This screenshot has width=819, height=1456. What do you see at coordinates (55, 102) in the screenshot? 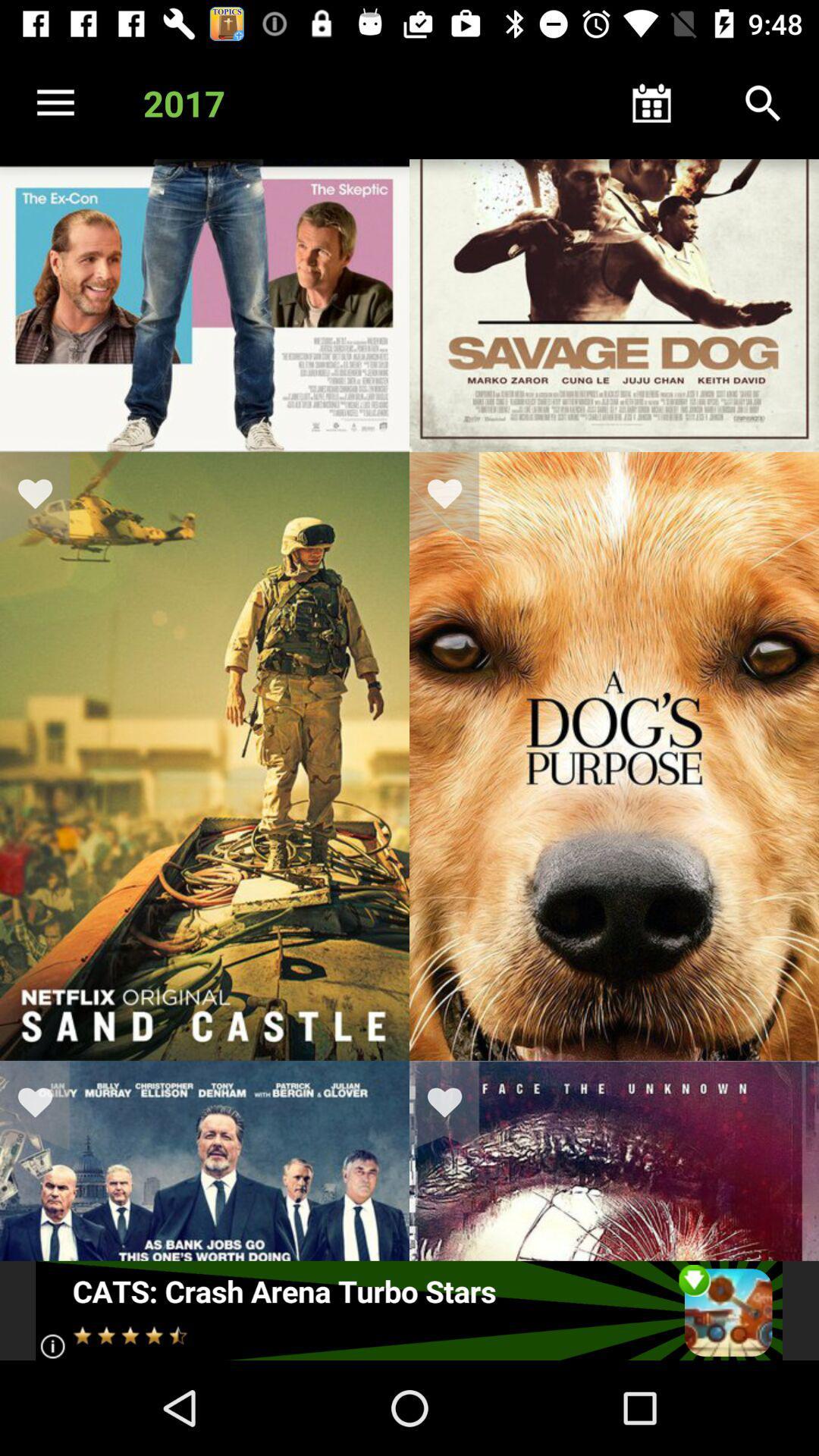
I see `the item to the left of 2017` at bounding box center [55, 102].